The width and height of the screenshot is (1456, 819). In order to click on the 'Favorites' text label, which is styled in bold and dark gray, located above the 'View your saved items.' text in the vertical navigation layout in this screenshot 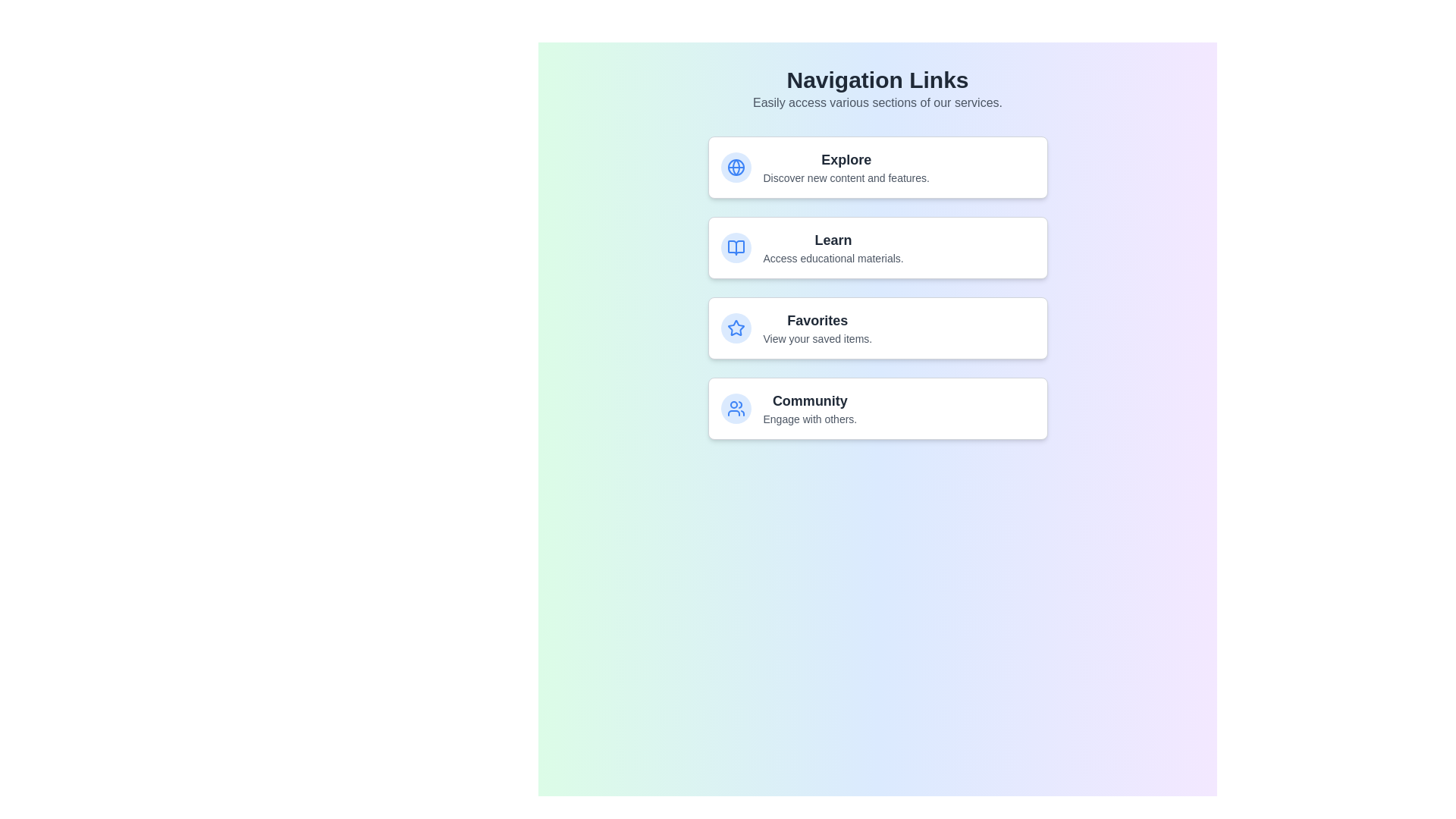, I will do `click(817, 320)`.